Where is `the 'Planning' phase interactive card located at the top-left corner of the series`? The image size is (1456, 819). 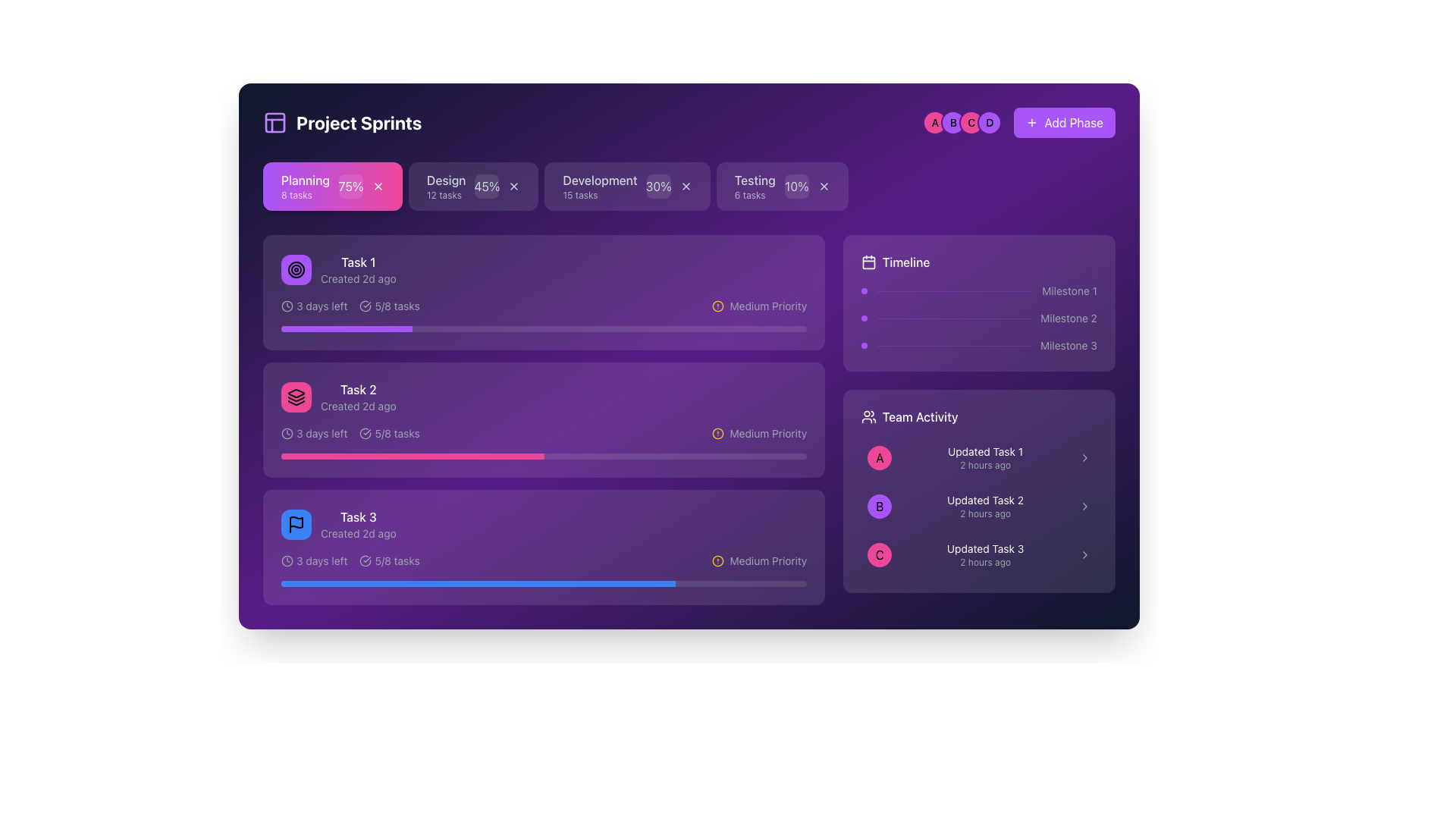
the 'Planning' phase interactive card located at the top-left corner of the series is located at coordinates (331, 186).